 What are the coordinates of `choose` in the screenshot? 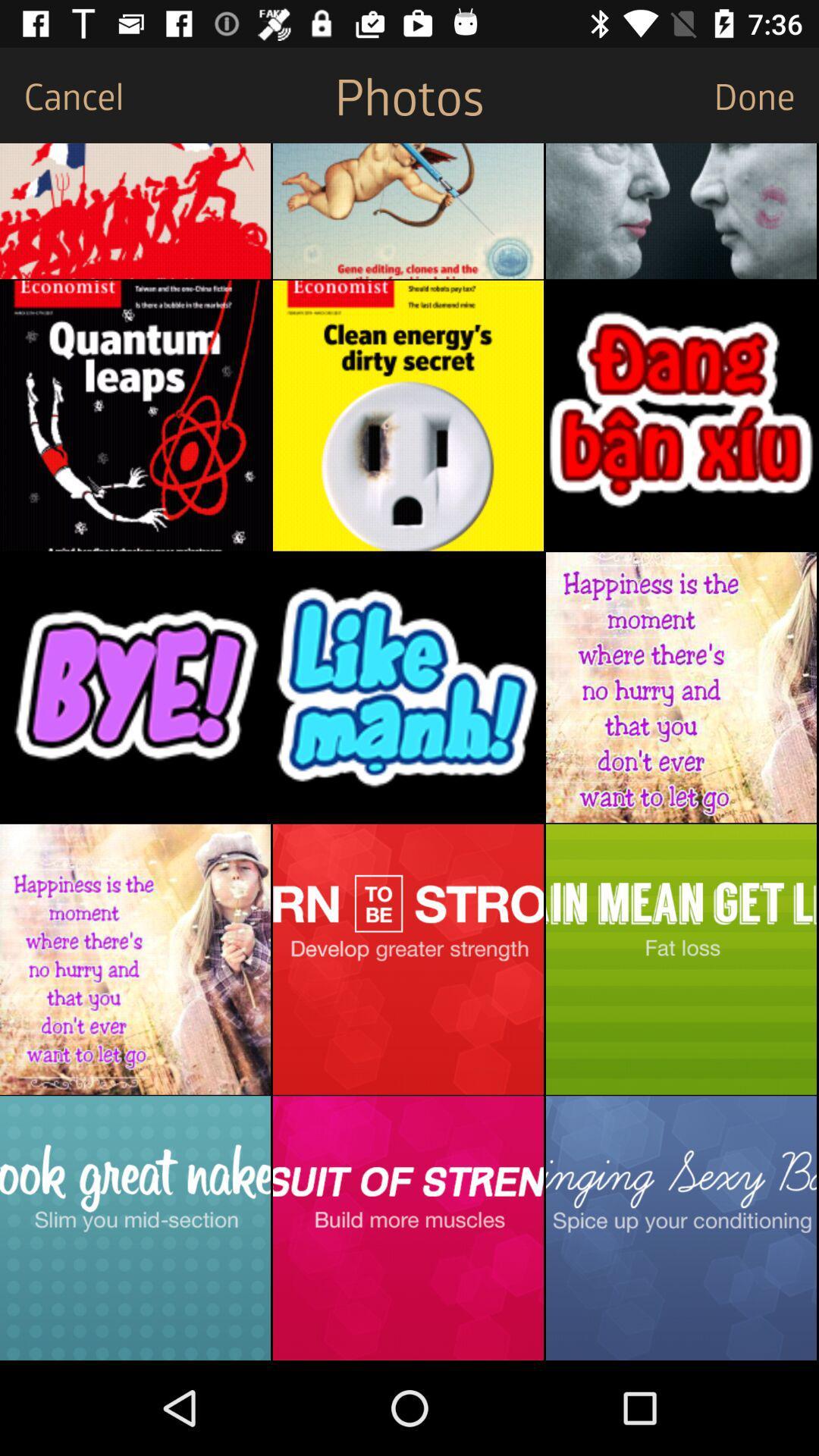 It's located at (407, 210).